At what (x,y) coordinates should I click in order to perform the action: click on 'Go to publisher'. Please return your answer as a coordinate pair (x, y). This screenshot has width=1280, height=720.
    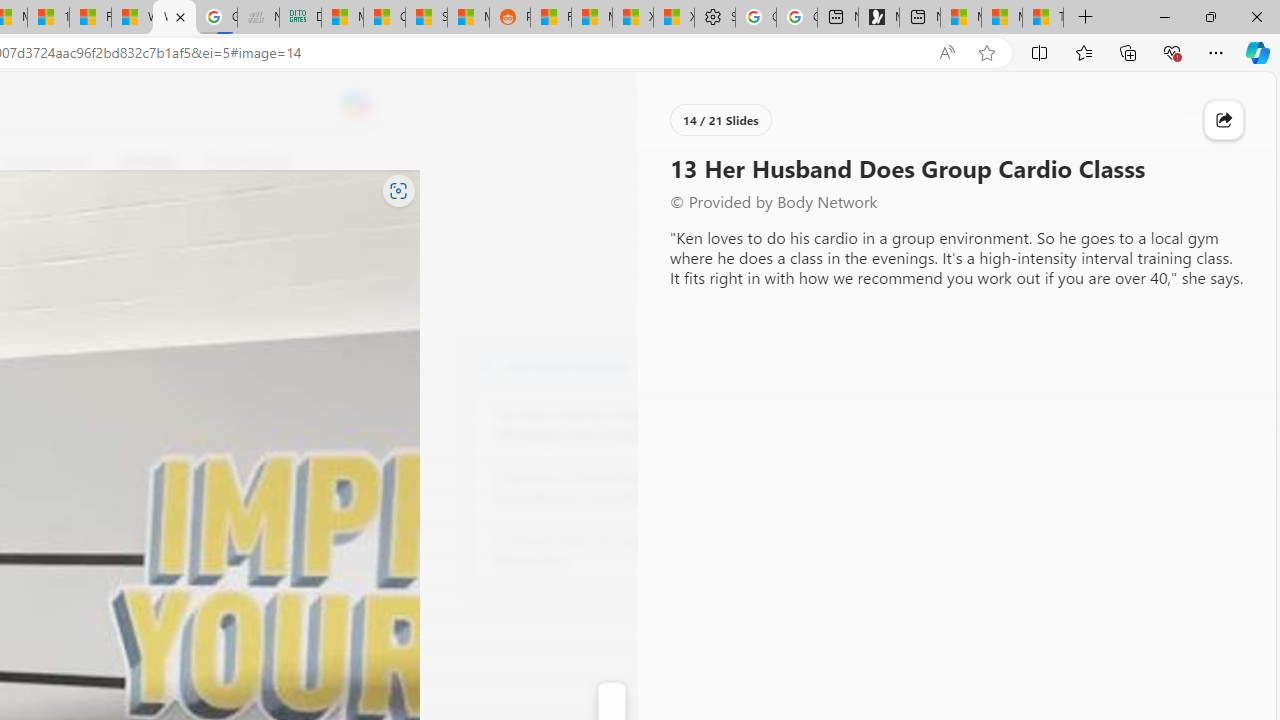
    Looking at the image, I should click on (181, 257).